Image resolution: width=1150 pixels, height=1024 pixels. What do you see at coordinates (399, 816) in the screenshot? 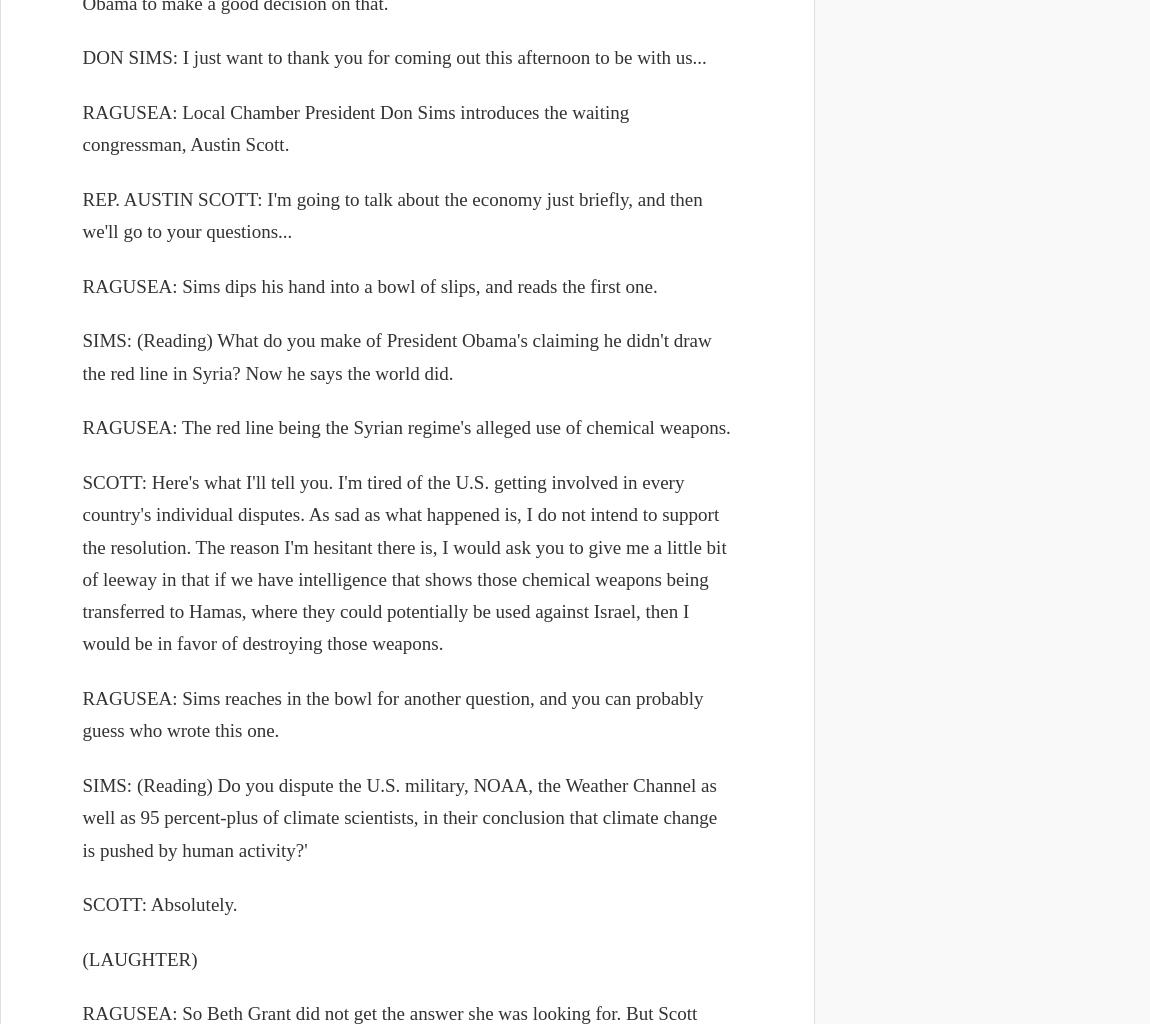
I see `'SIMS: (Reading) Do you dispute the U.S. military, NOAA, the Weather Channel as well as 95 percent-plus of climate scientists, in their conclusion that climate change is pushed by human activity?''` at bounding box center [399, 816].